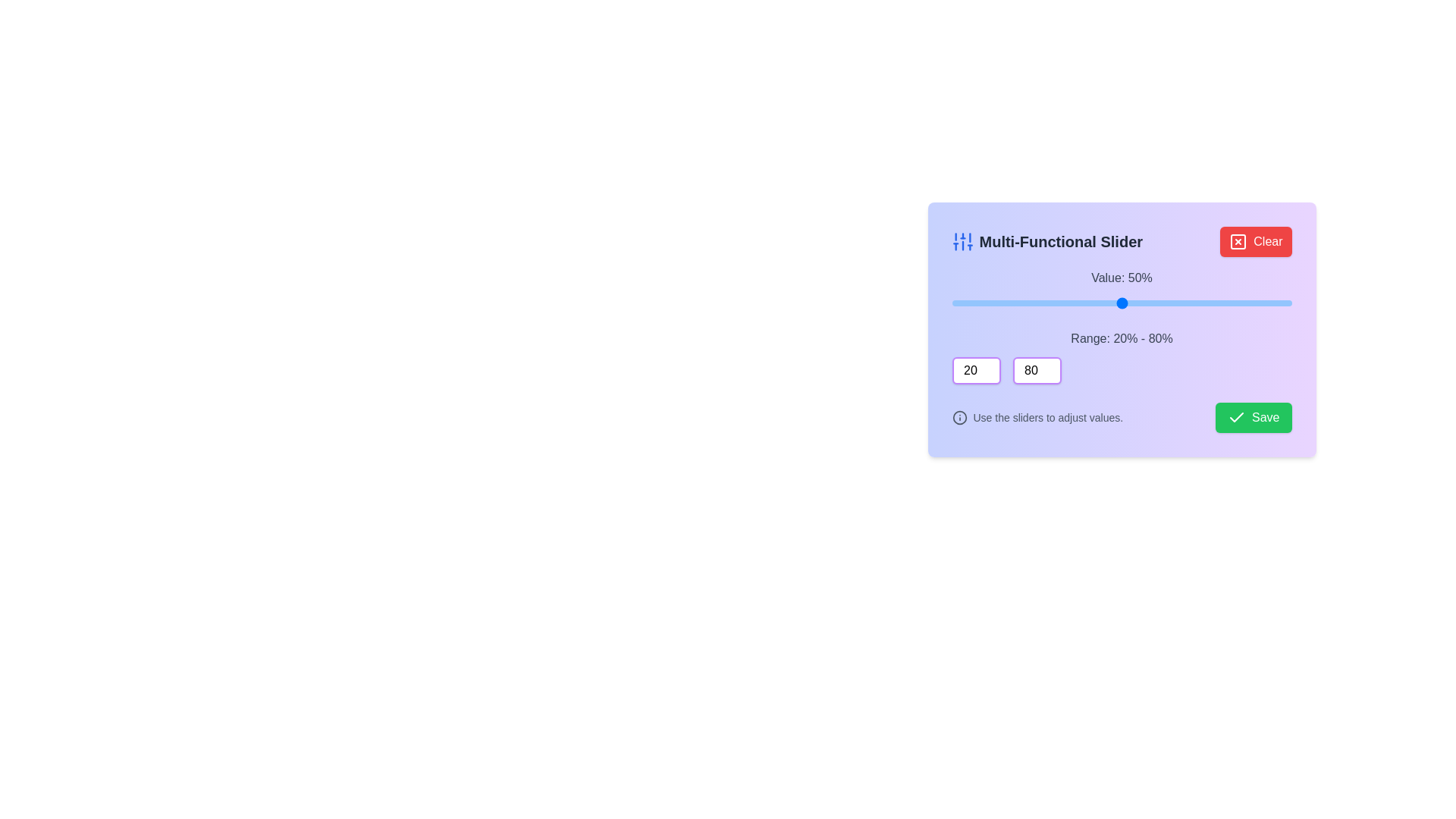 This screenshot has width=1456, height=819. What do you see at coordinates (1059, 303) in the screenshot?
I see `the slider value` at bounding box center [1059, 303].